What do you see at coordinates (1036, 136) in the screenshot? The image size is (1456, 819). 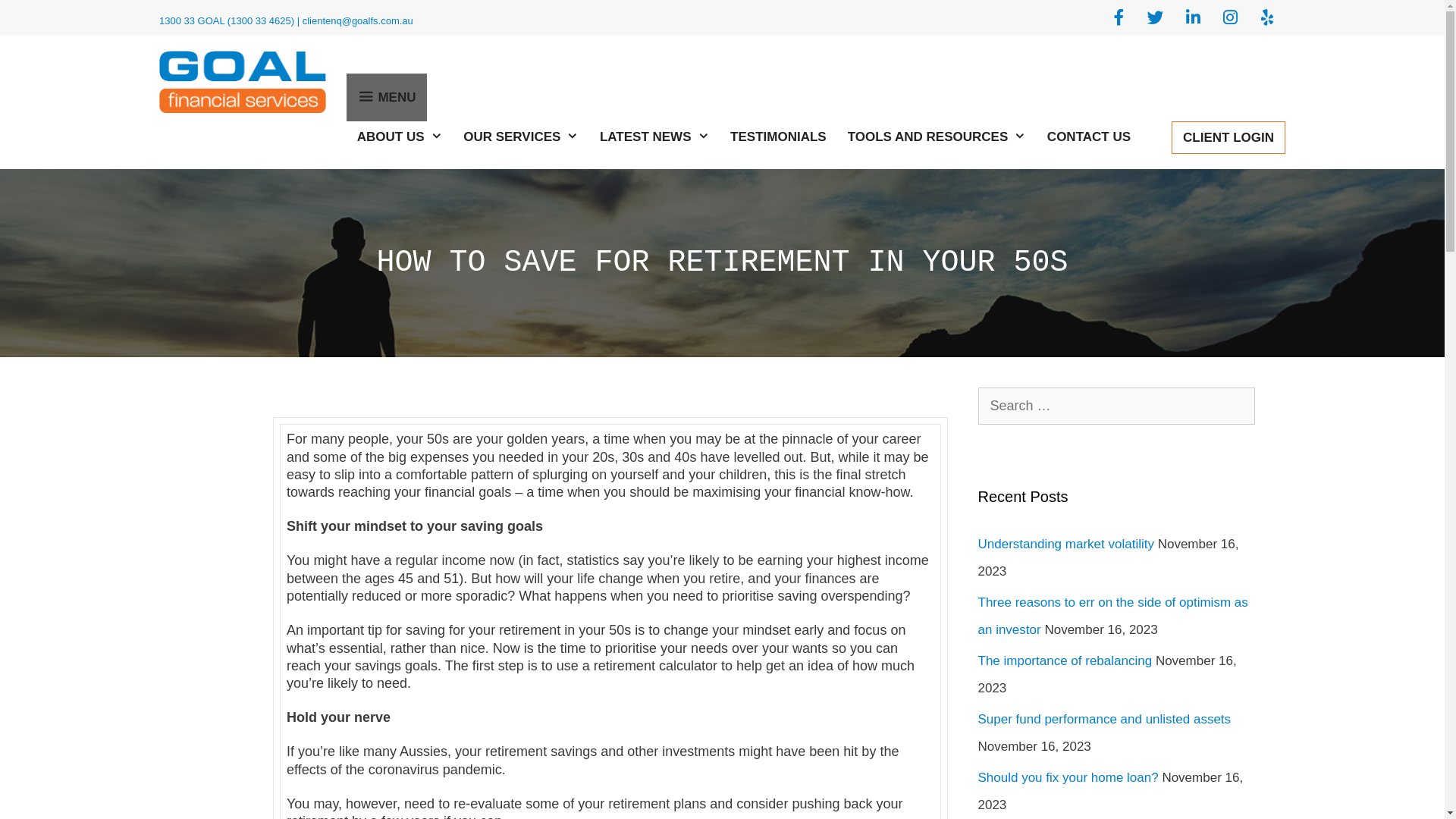 I see `'CONTACT US'` at bounding box center [1036, 136].